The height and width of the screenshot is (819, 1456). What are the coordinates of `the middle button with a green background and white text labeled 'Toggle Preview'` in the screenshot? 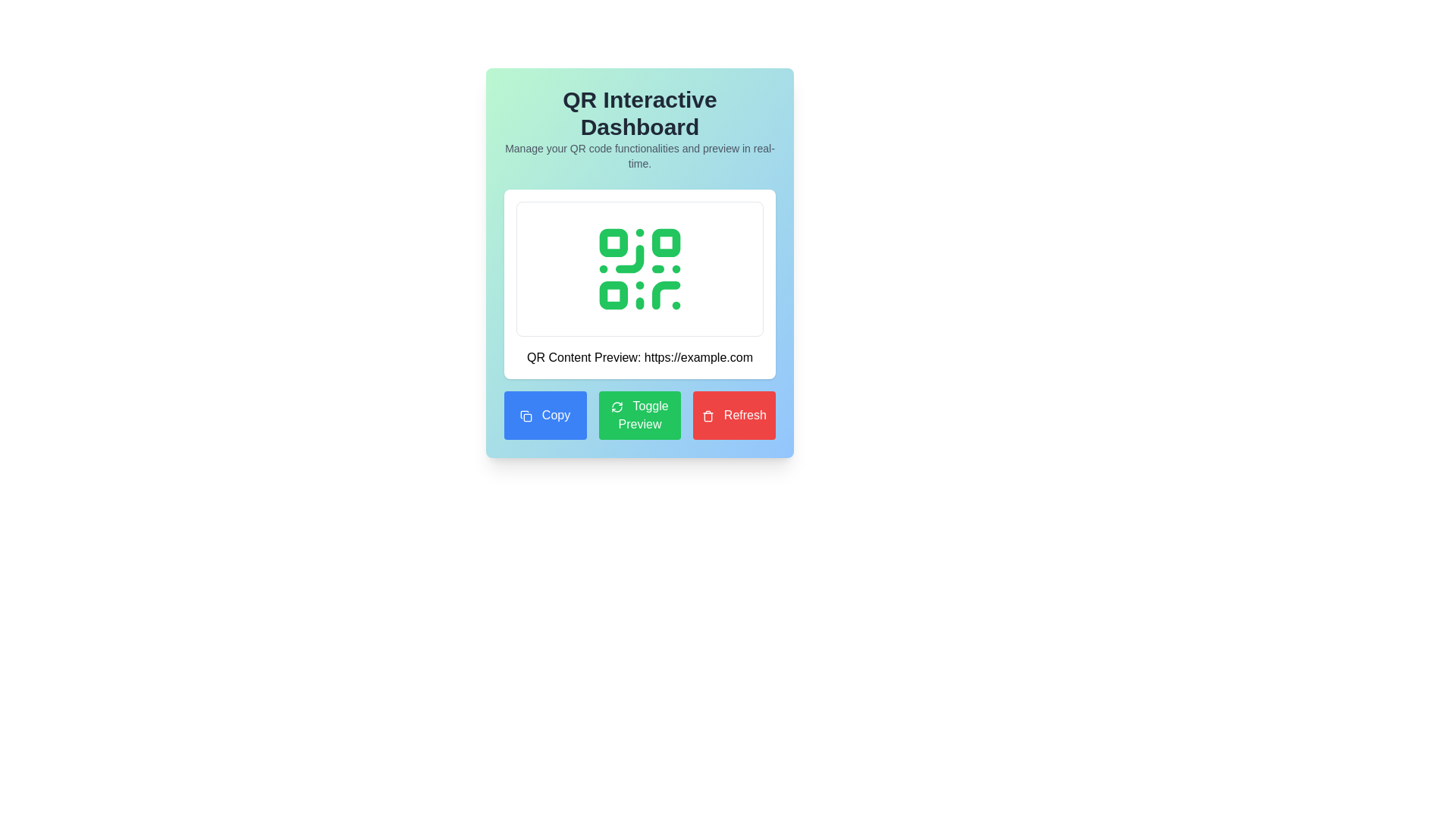 It's located at (640, 415).